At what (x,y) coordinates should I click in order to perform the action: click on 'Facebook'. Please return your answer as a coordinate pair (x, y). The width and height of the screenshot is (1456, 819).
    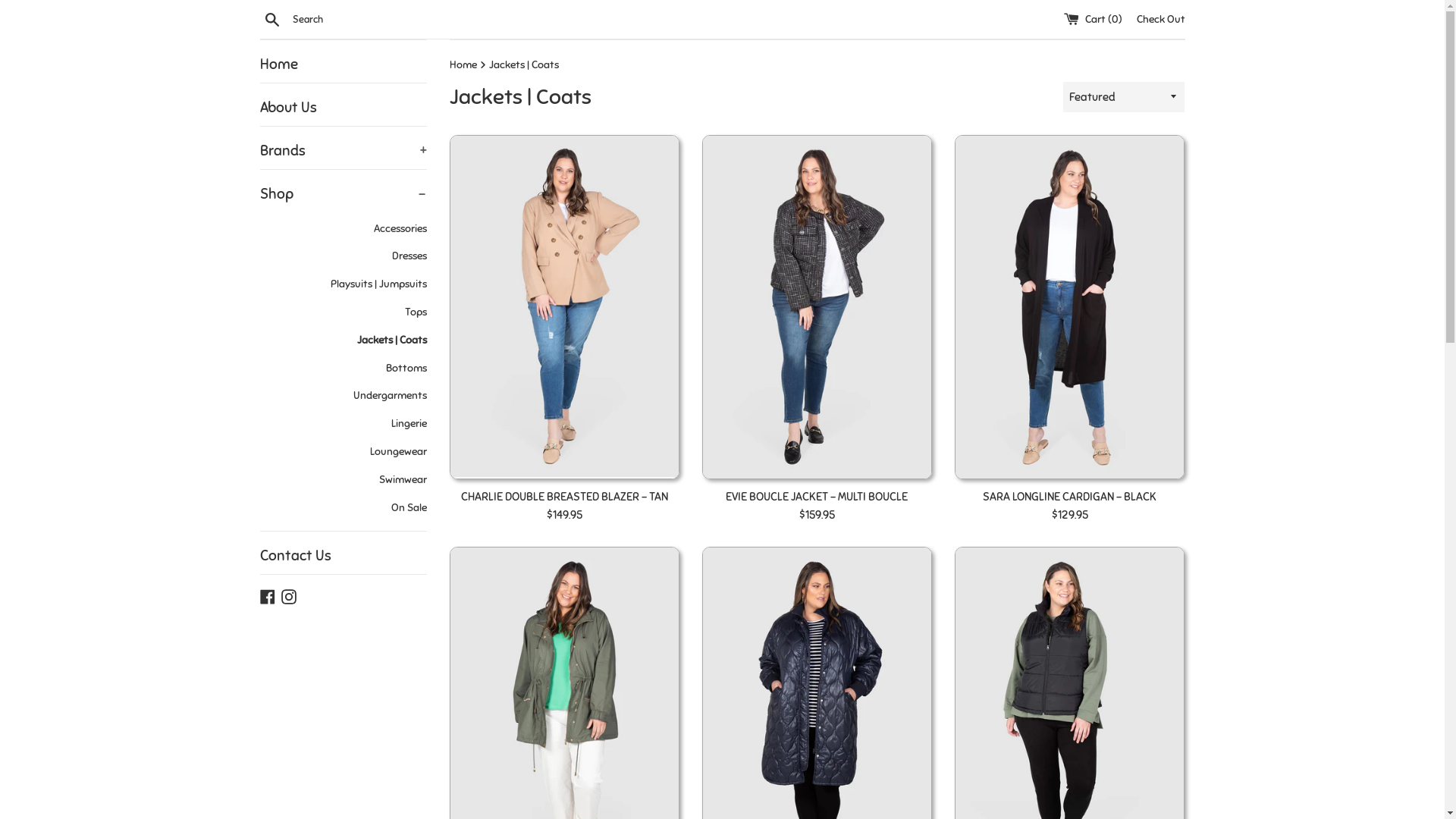
    Looking at the image, I should click on (266, 595).